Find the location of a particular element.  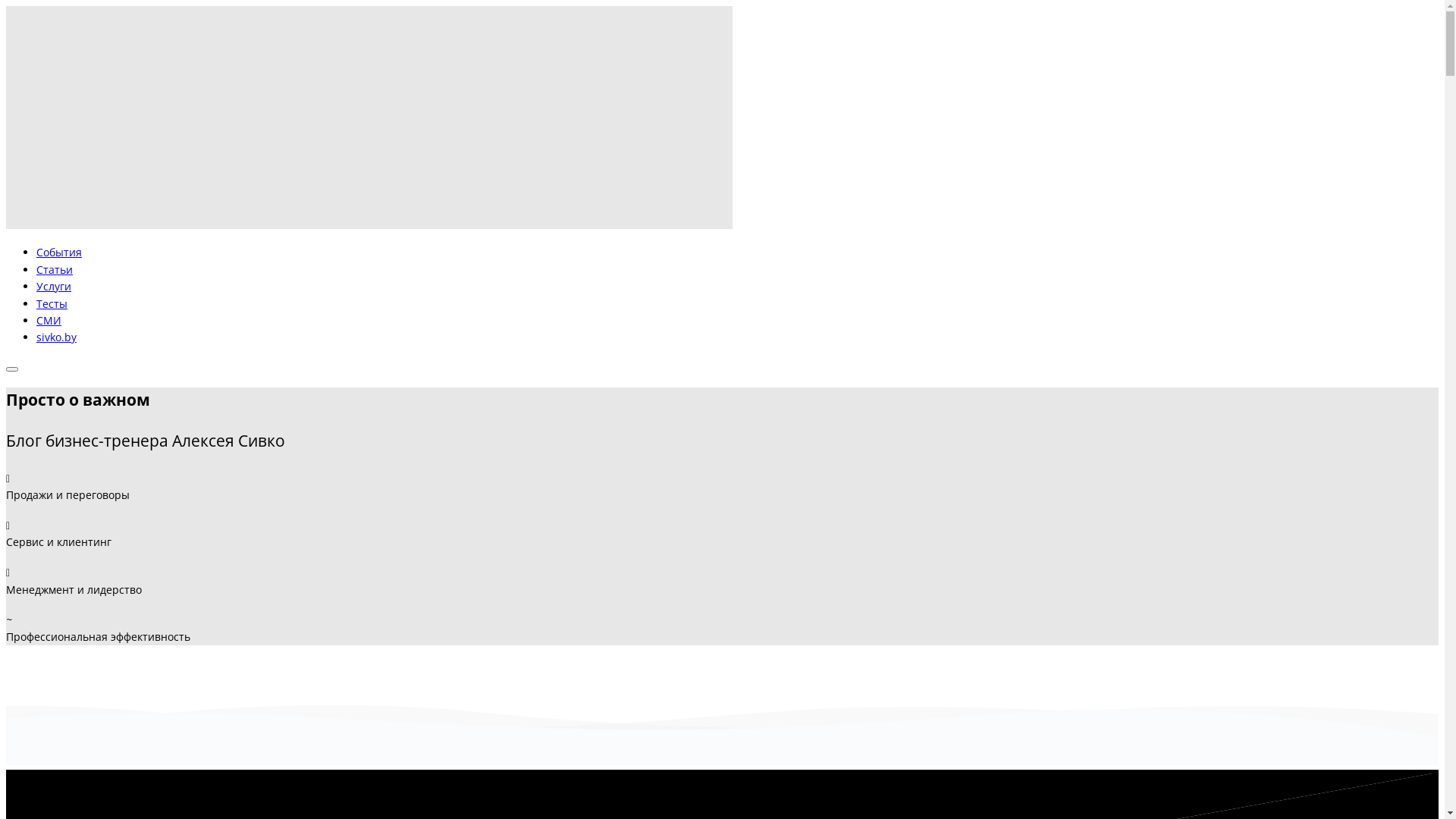

'sivko.by' is located at coordinates (56, 336).